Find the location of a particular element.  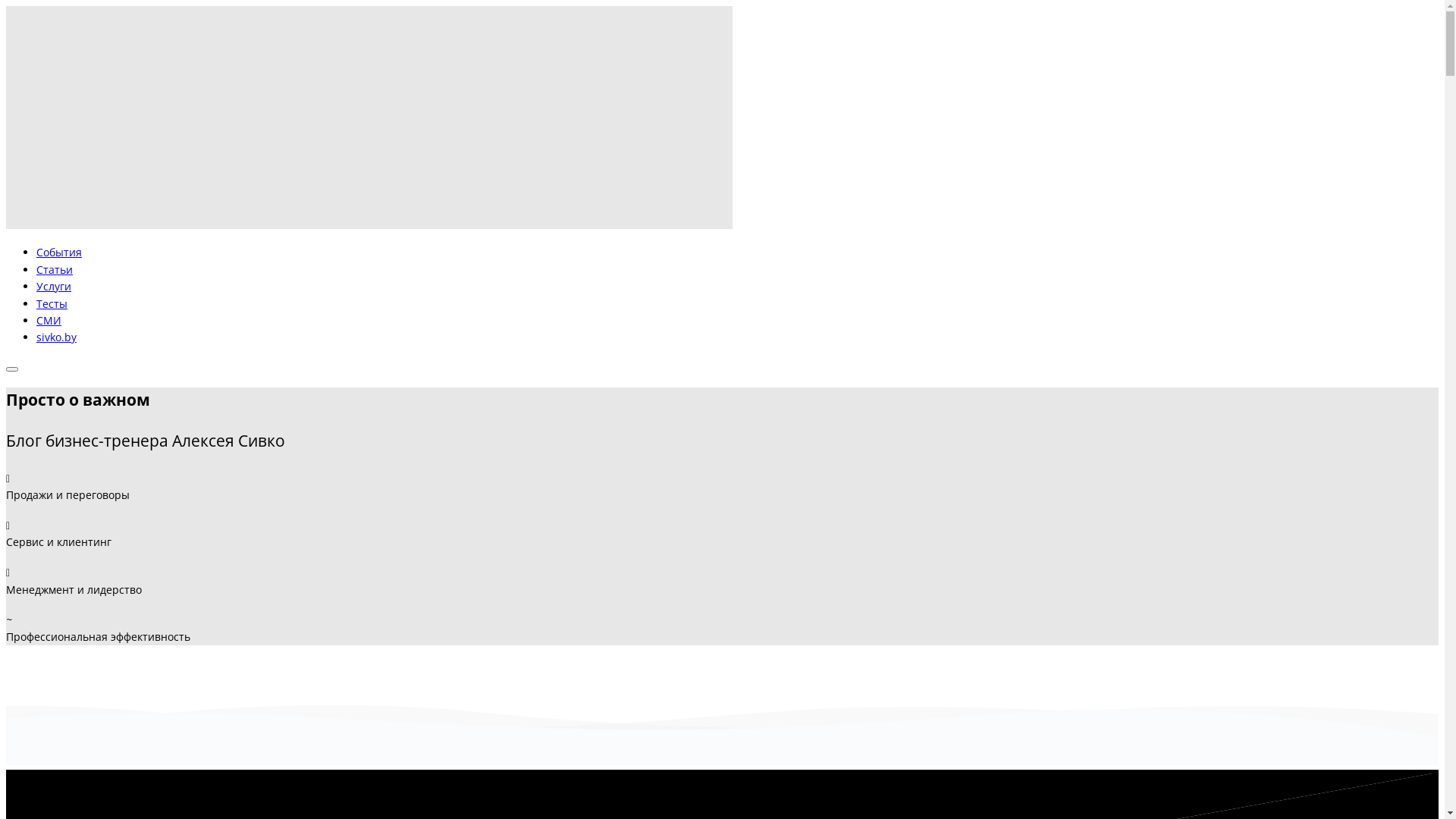

'sivko.by' is located at coordinates (56, 336).